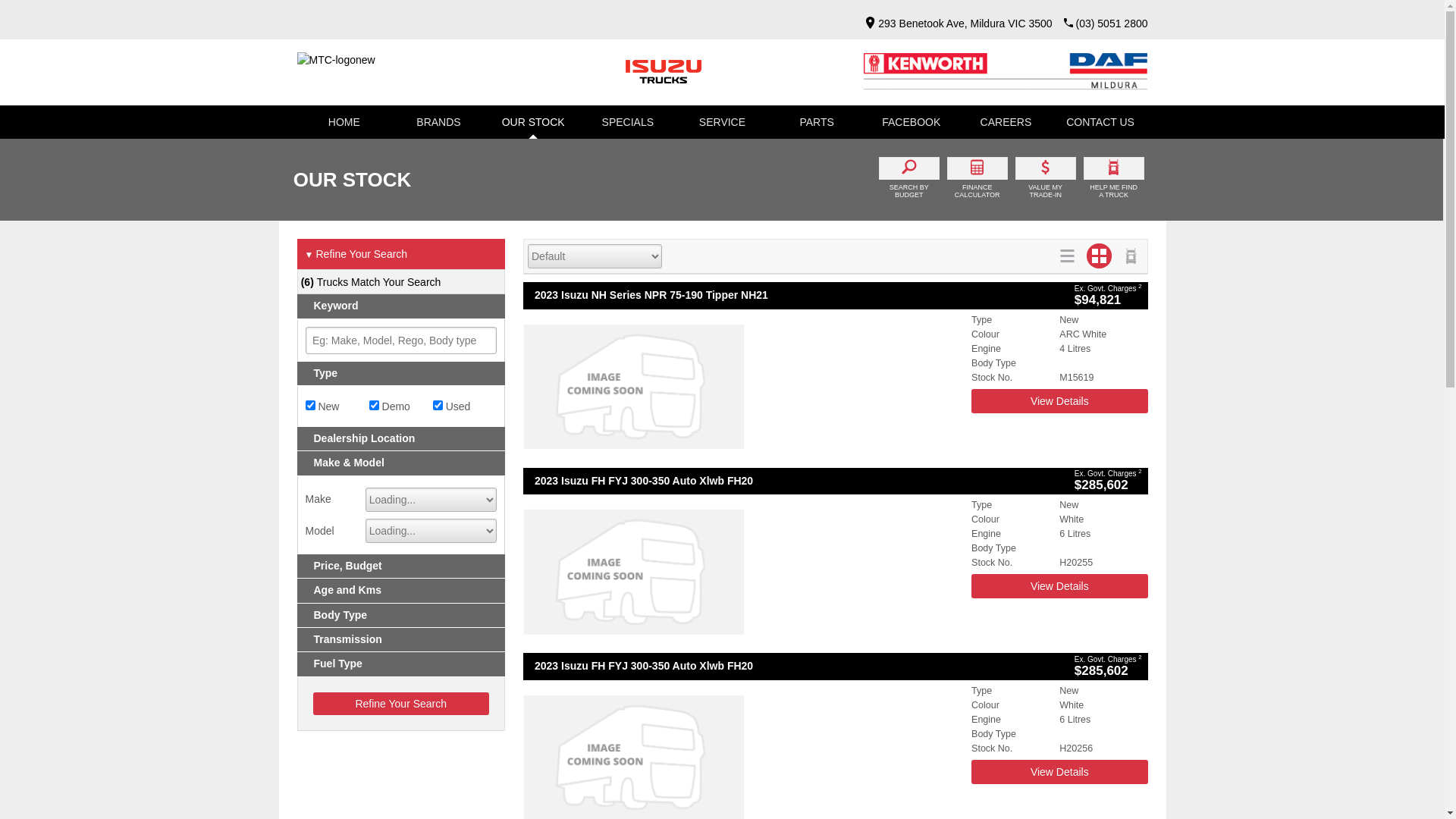  What do you see at coordinates (401, 373) in the screenshot?
I see `'Type'` at bounding box center [401, 373].